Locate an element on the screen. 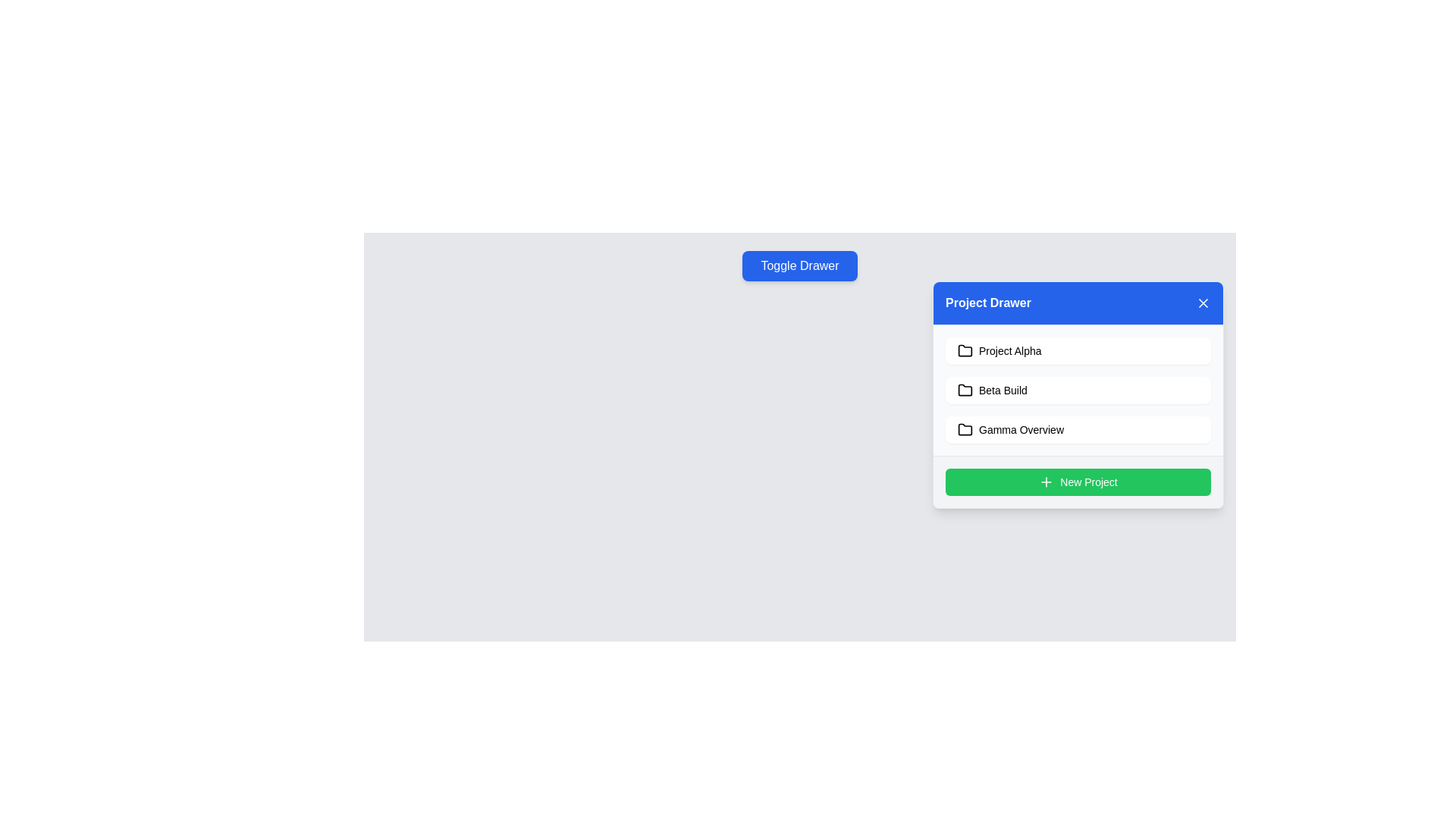 This screenshot has width=1456, height=819. the folder icon associated with 'Project Alpha' is located at coordinates (964, 350).